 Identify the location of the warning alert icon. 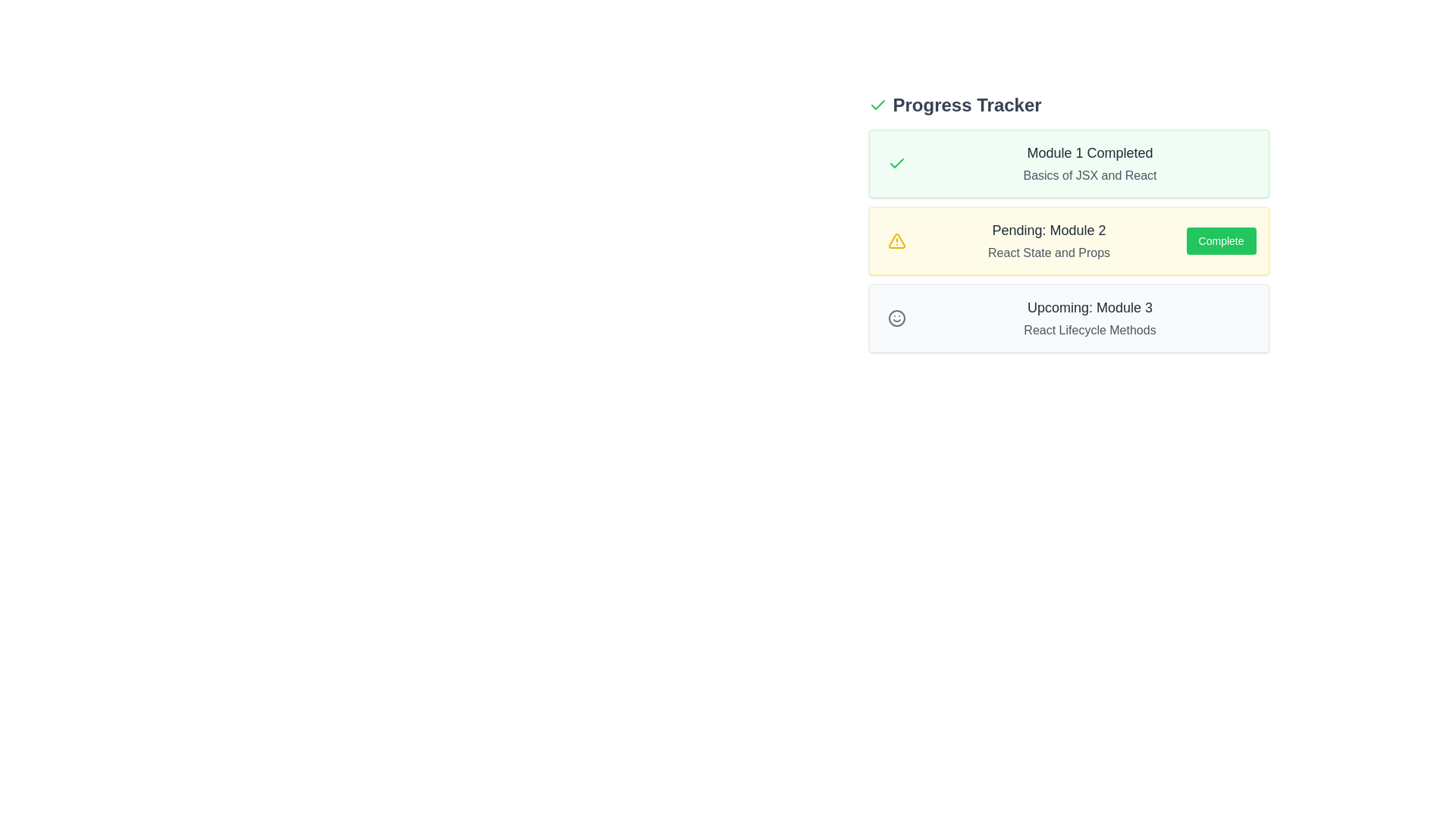
(896, 240).